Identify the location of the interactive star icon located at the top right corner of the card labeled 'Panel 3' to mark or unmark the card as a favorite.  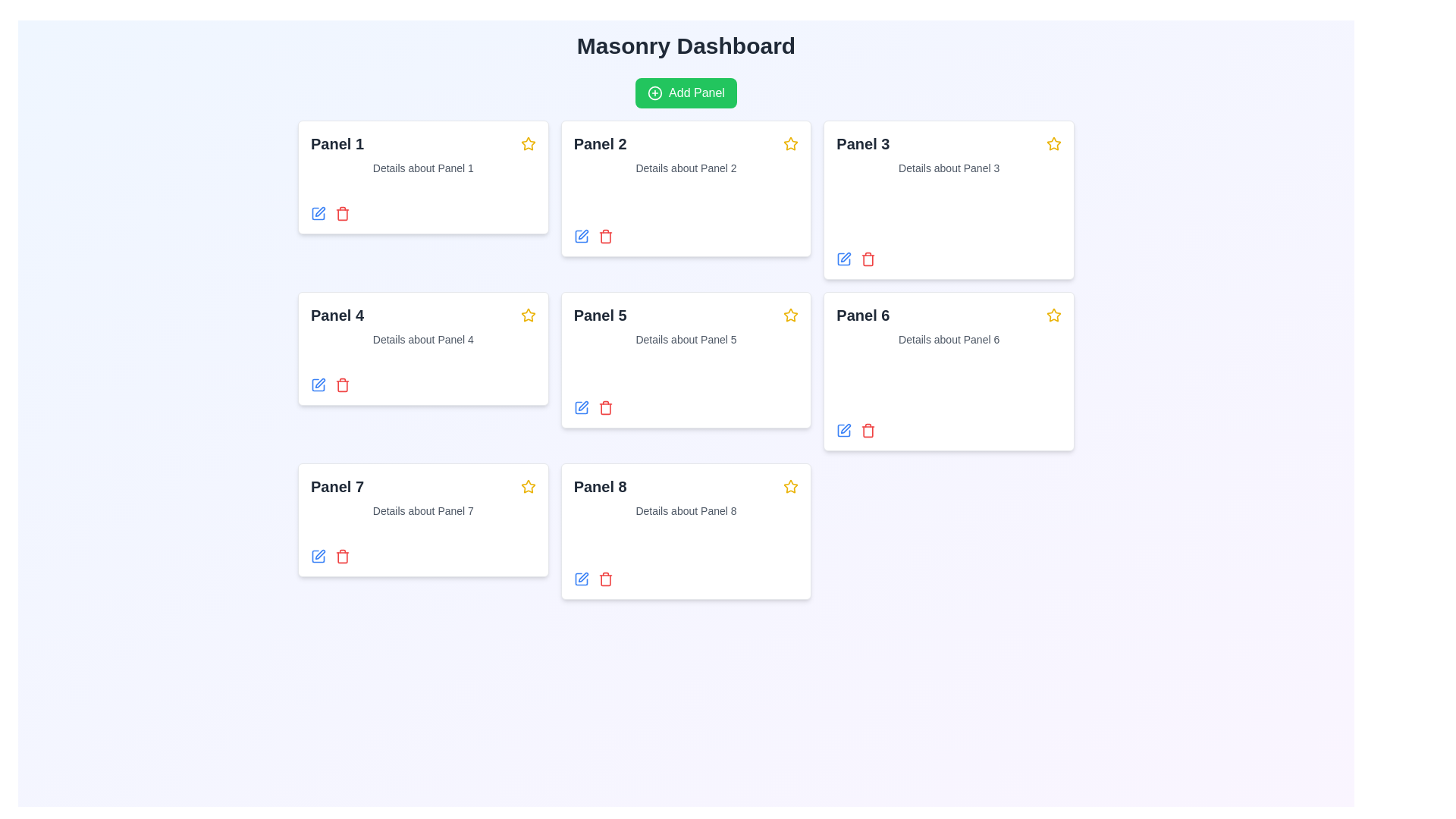
(1053, 143).